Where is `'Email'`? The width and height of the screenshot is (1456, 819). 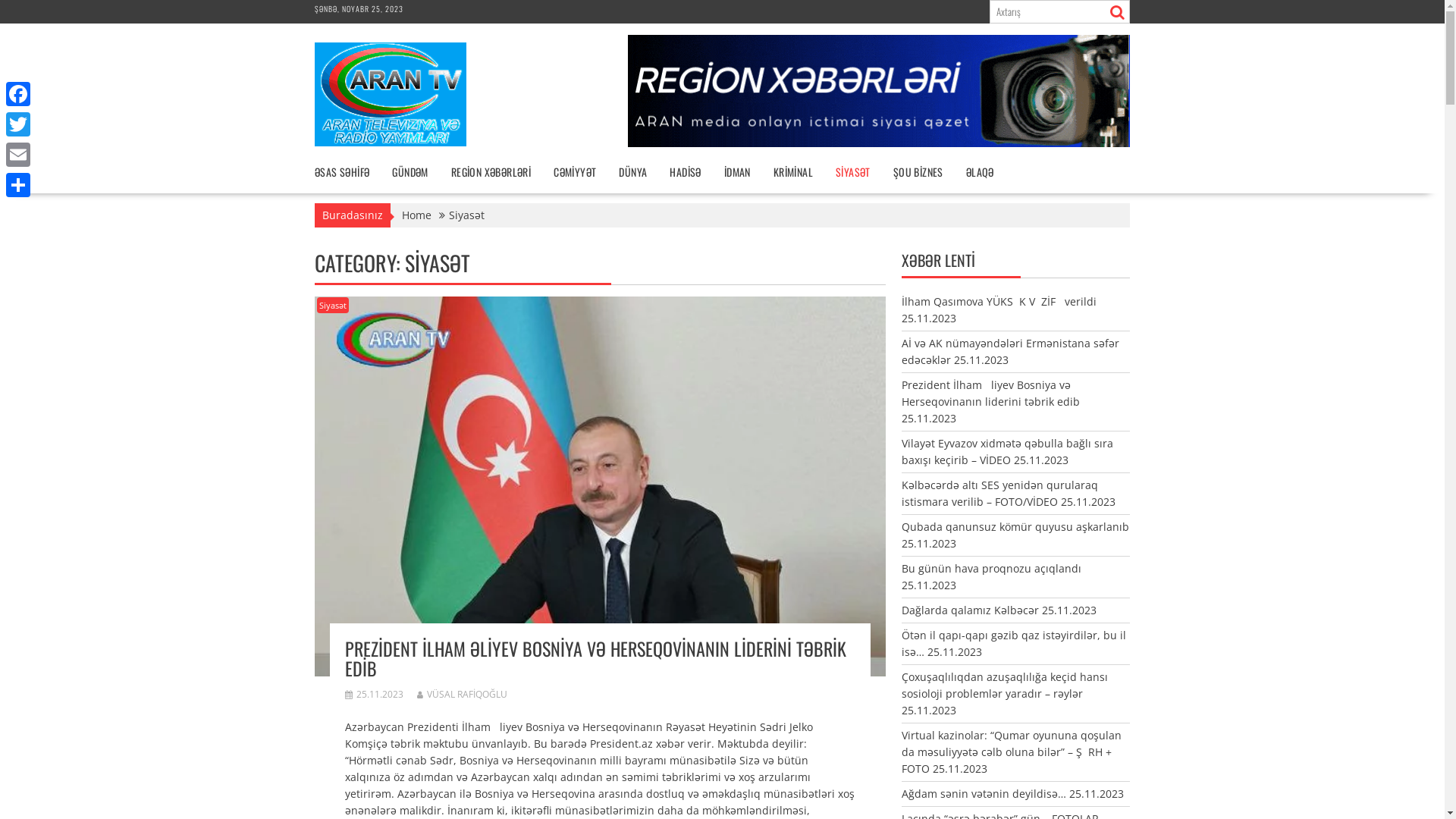 'Email' is located at coordinates (18, 155).